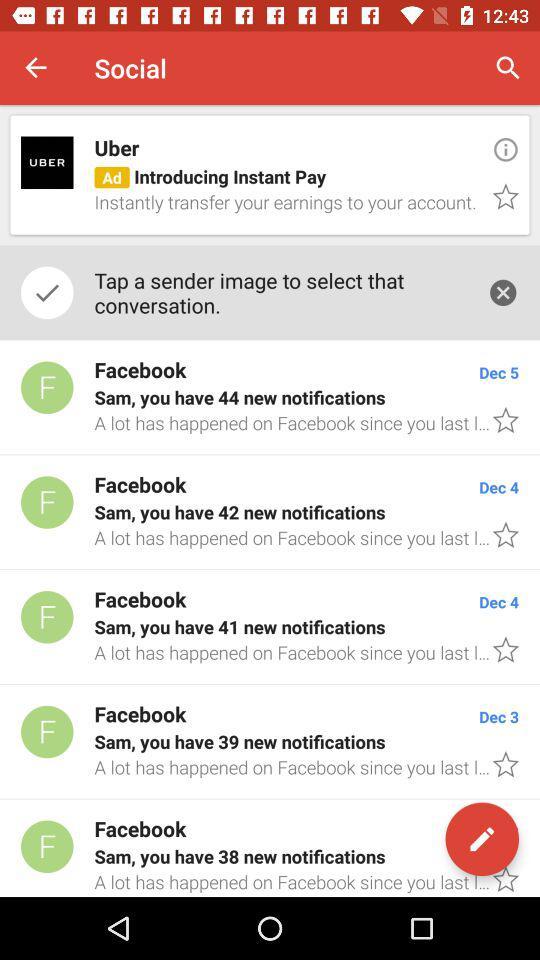  I want to click on icon below the tap a sender, so click(270, 396).